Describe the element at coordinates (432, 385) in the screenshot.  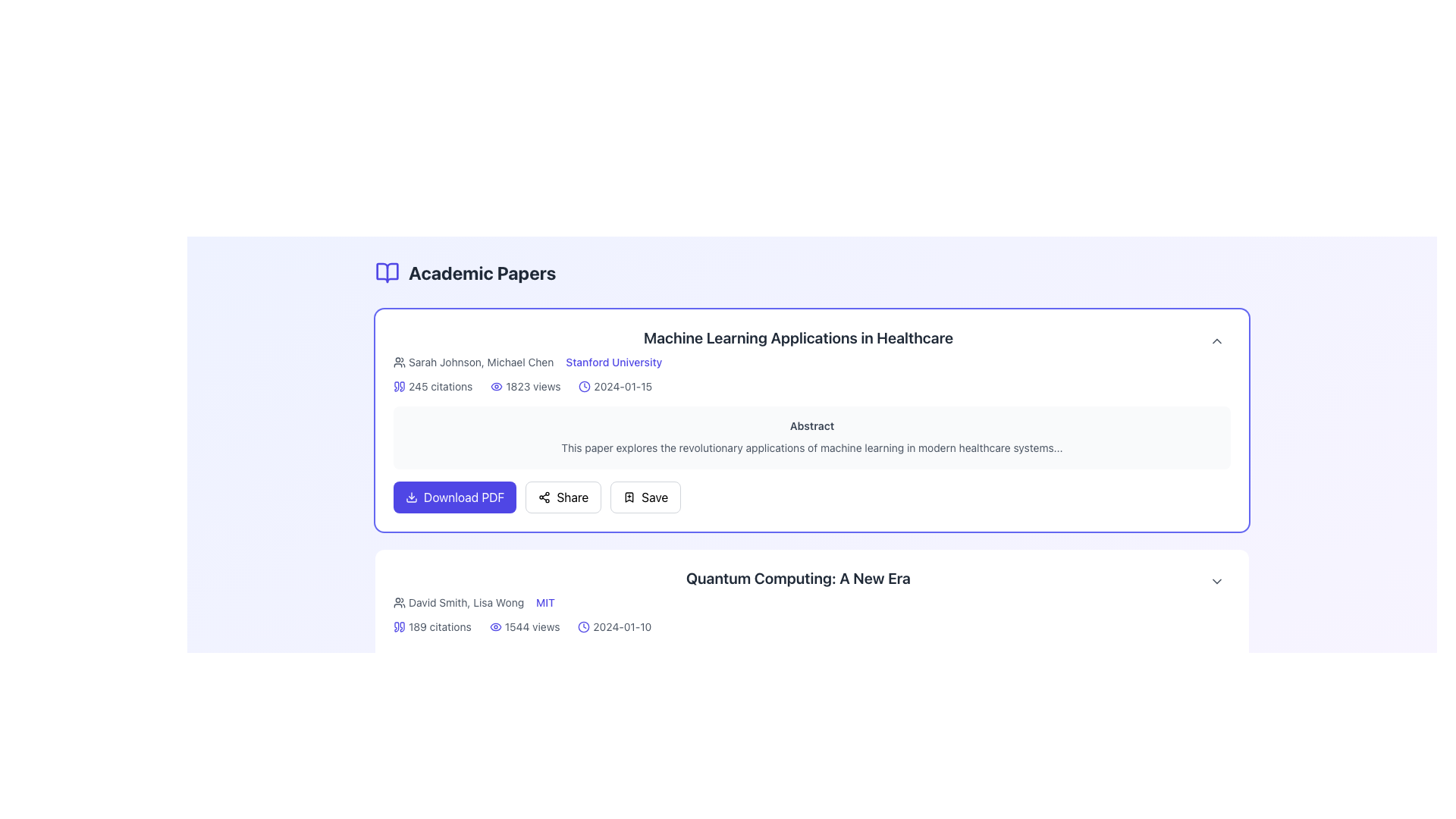
I see `the text with icon displaying the number of citations received by the paper, which is located in the metadata section of the topmost listed academic paper` at that location.